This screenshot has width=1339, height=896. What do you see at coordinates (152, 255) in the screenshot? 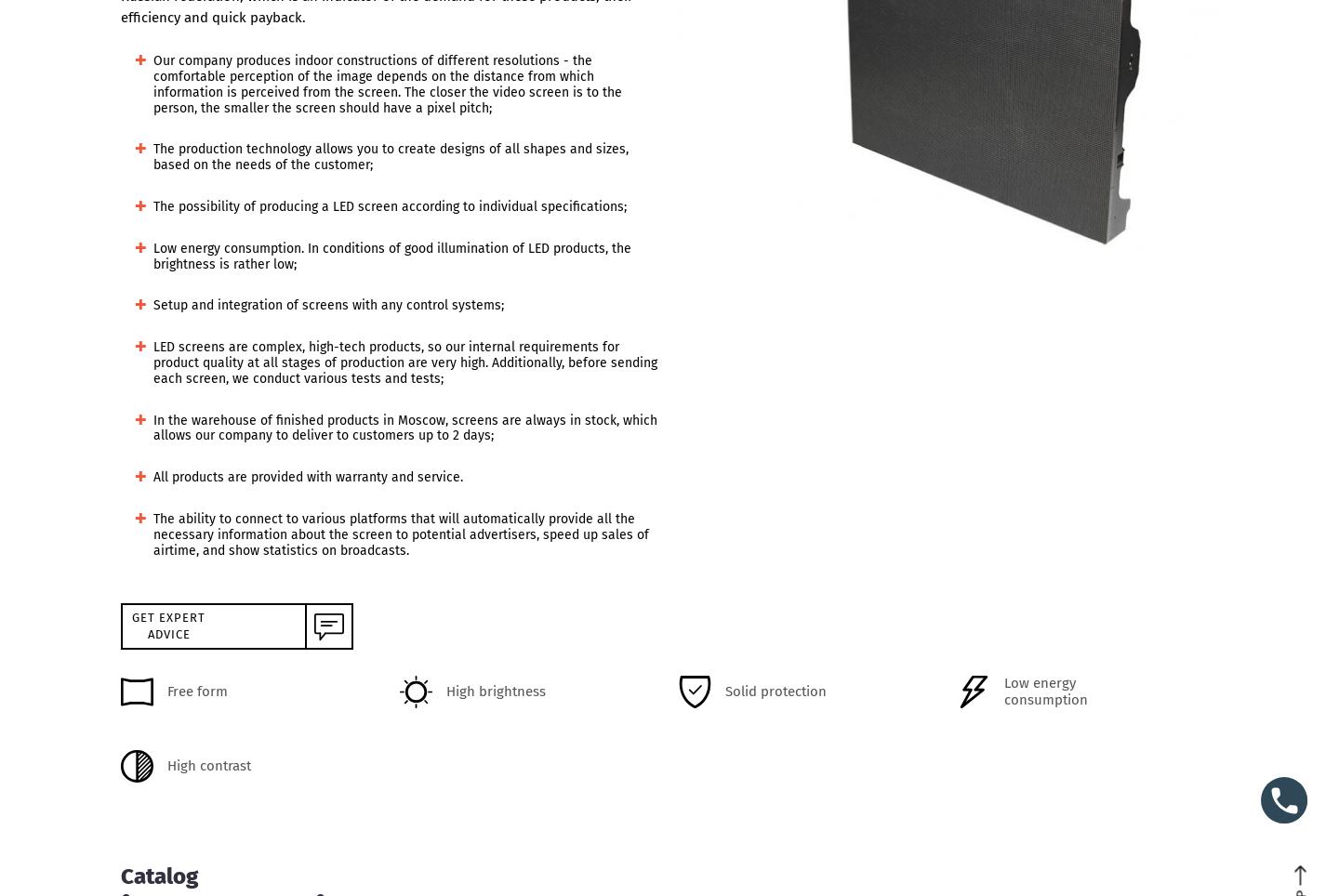
I see `'Low energy consumption. In conditions of good illumination of LED products, the brightness is rather low;'` at bounding box center [152, 255].